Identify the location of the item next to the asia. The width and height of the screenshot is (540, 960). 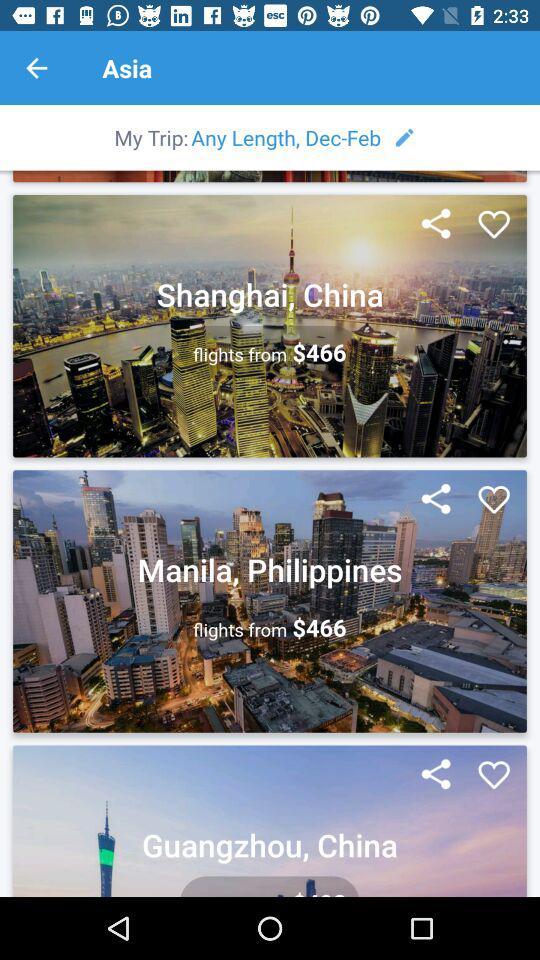
(36, 68).